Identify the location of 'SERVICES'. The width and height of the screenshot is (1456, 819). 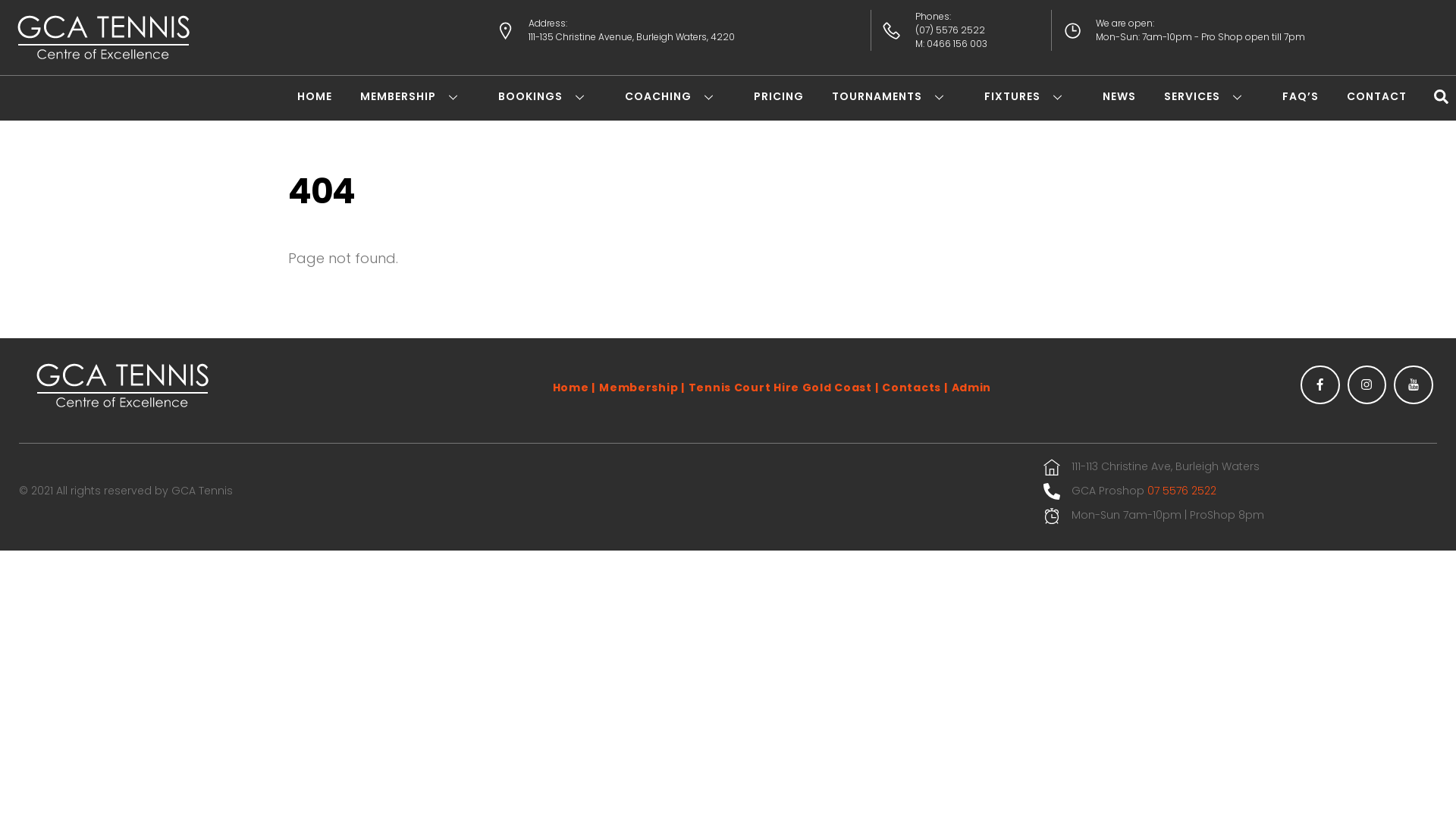
(1208, 96).